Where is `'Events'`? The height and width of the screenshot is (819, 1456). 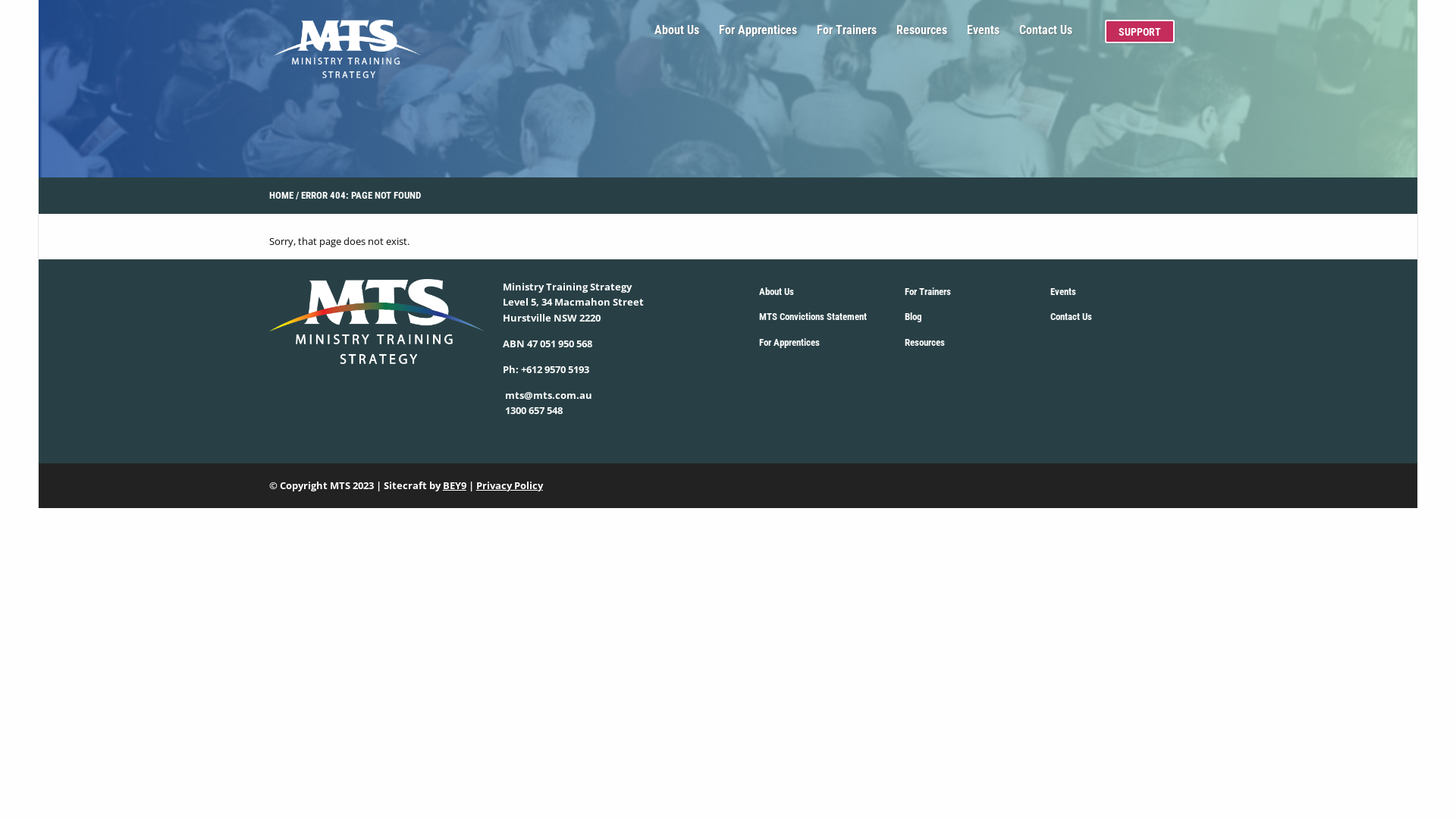 'Events' is located at coordinates (966, 35).